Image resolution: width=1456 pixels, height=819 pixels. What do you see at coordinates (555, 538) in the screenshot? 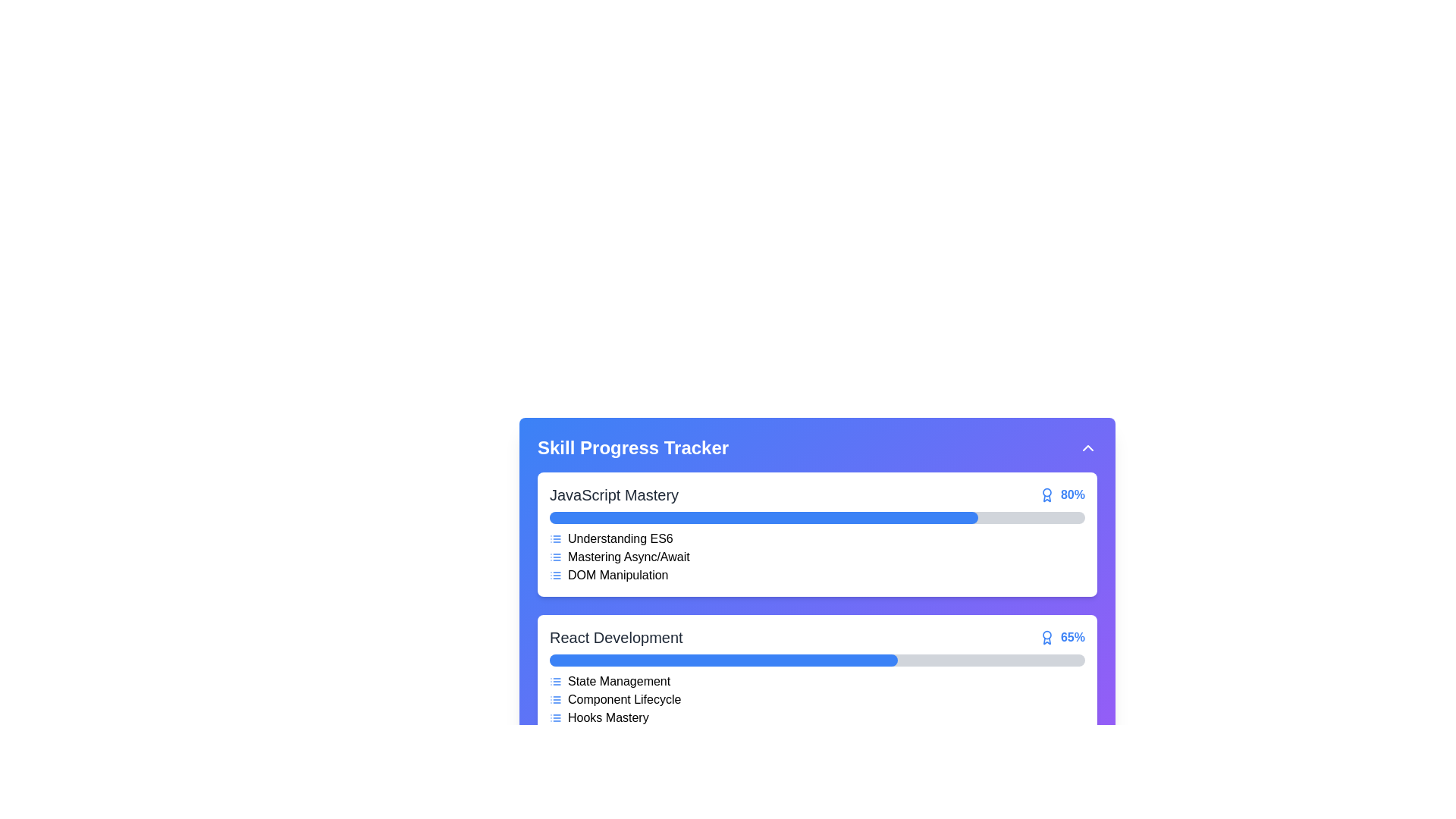
I see `the graphical icon representing a bullet list or item categorization marker located to the immediate left of the text 'Understanding ES6' under the 'JavaScript Mastery' section within the Skill Progress Tracker area` at bounding box center [555, 538].